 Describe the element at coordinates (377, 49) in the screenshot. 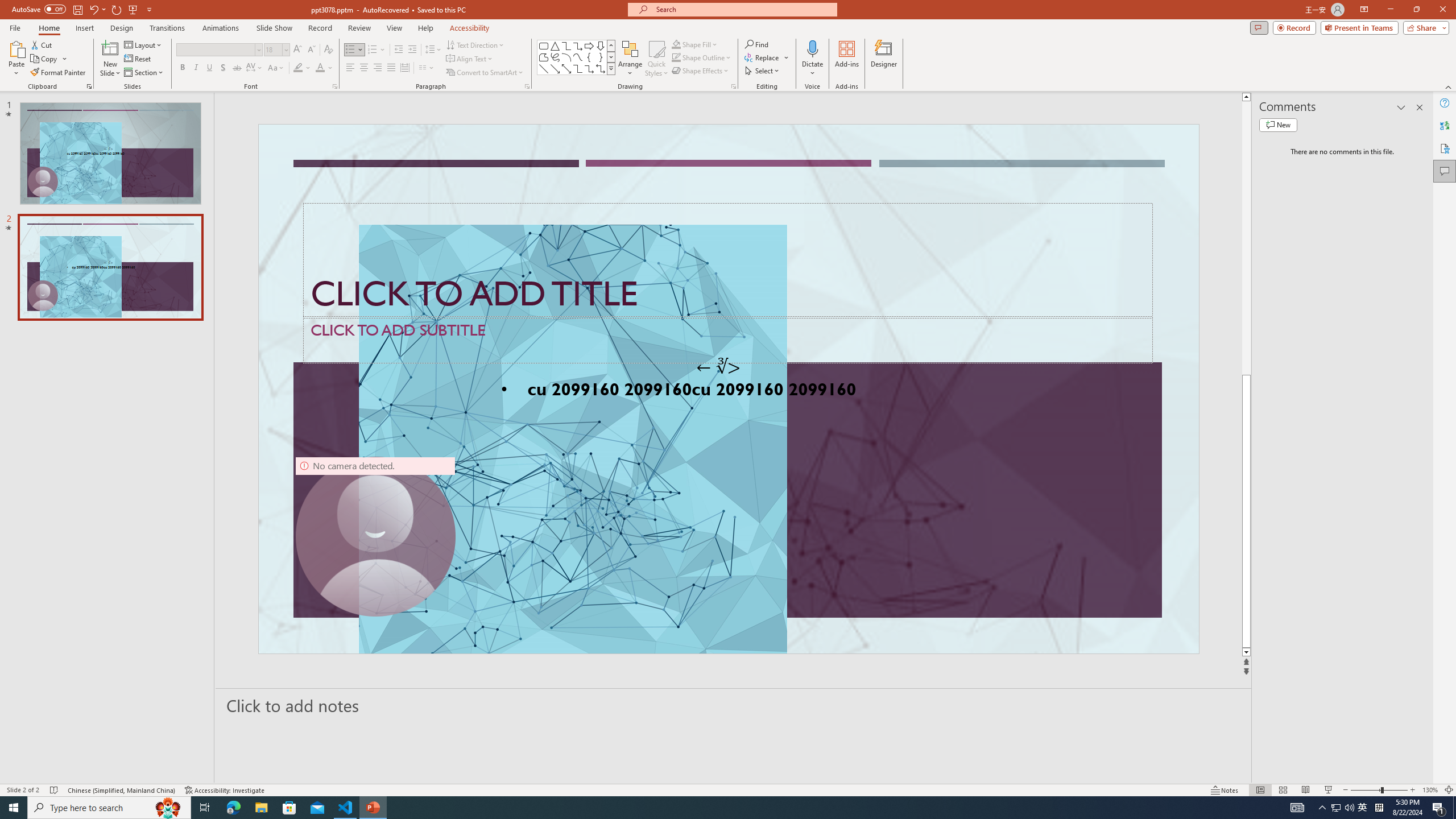

I see `'Numbering'` at that location.